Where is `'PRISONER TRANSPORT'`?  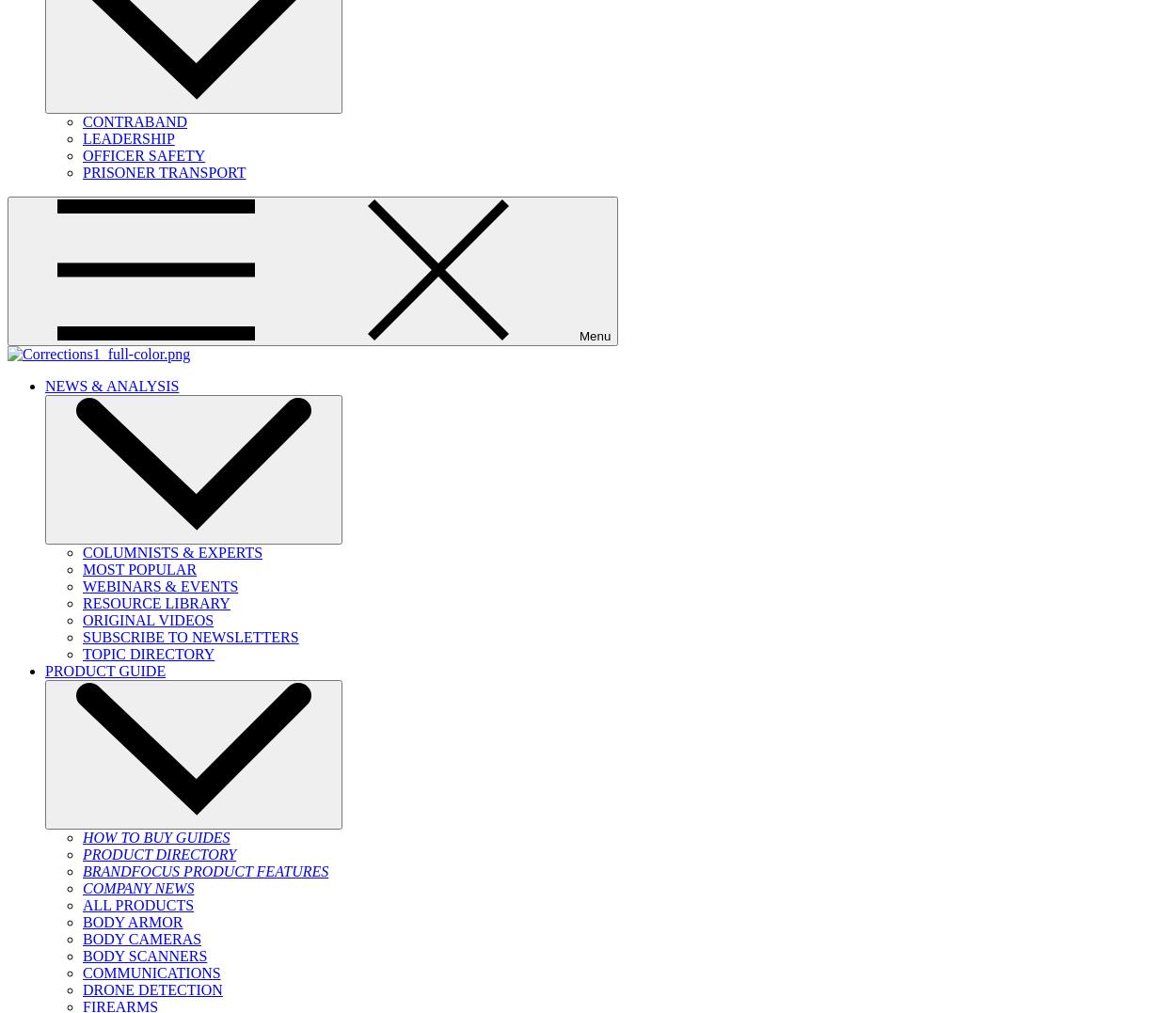 'PRISONER TRANSPORT' is located at coordinates (164, 171).